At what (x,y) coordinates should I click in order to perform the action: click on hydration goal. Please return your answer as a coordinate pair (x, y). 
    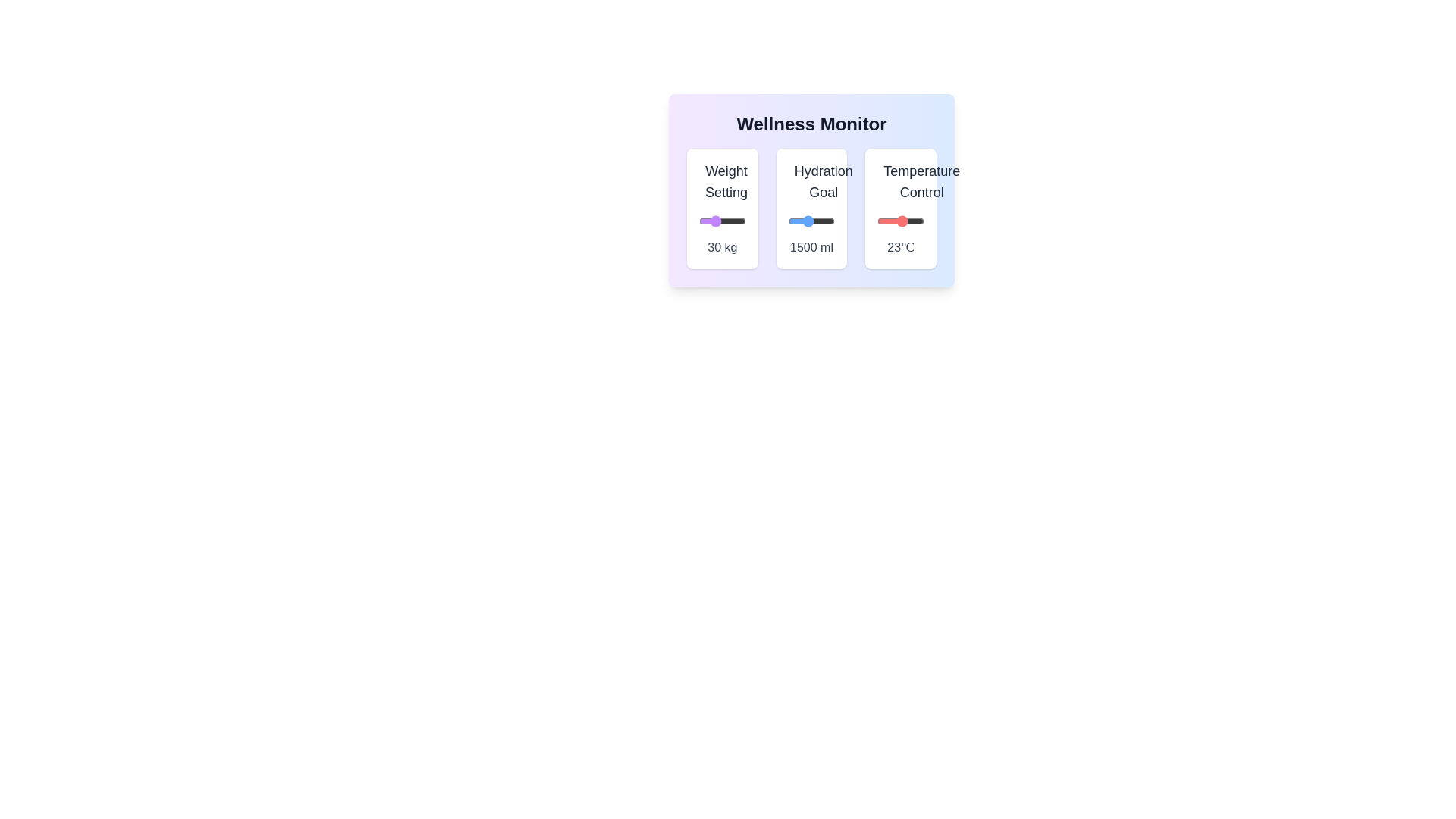
    Looking at the image, I should click on (796, 221).